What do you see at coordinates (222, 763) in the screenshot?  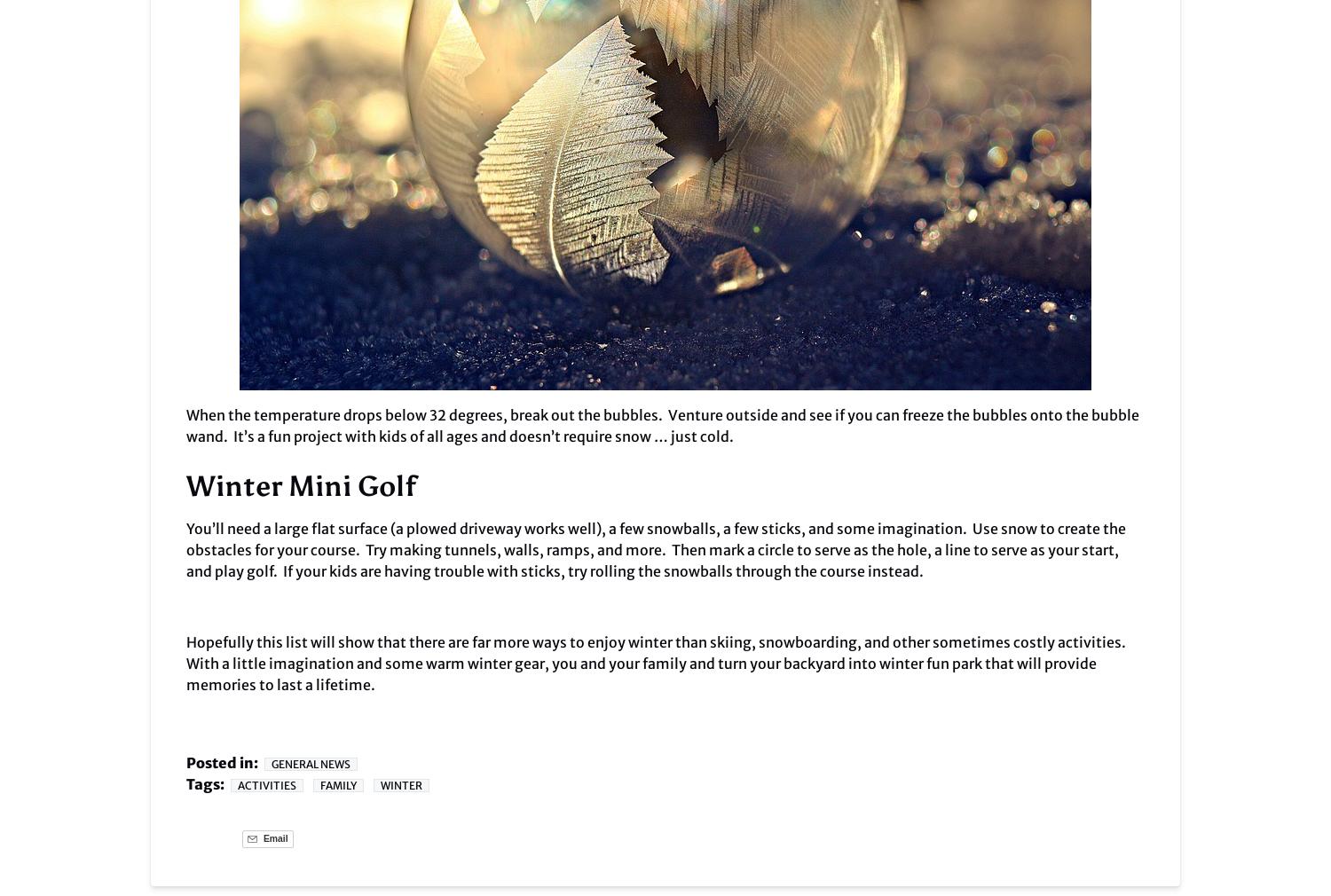 I see `'Posted in:'` at bounding box center [222, 763].